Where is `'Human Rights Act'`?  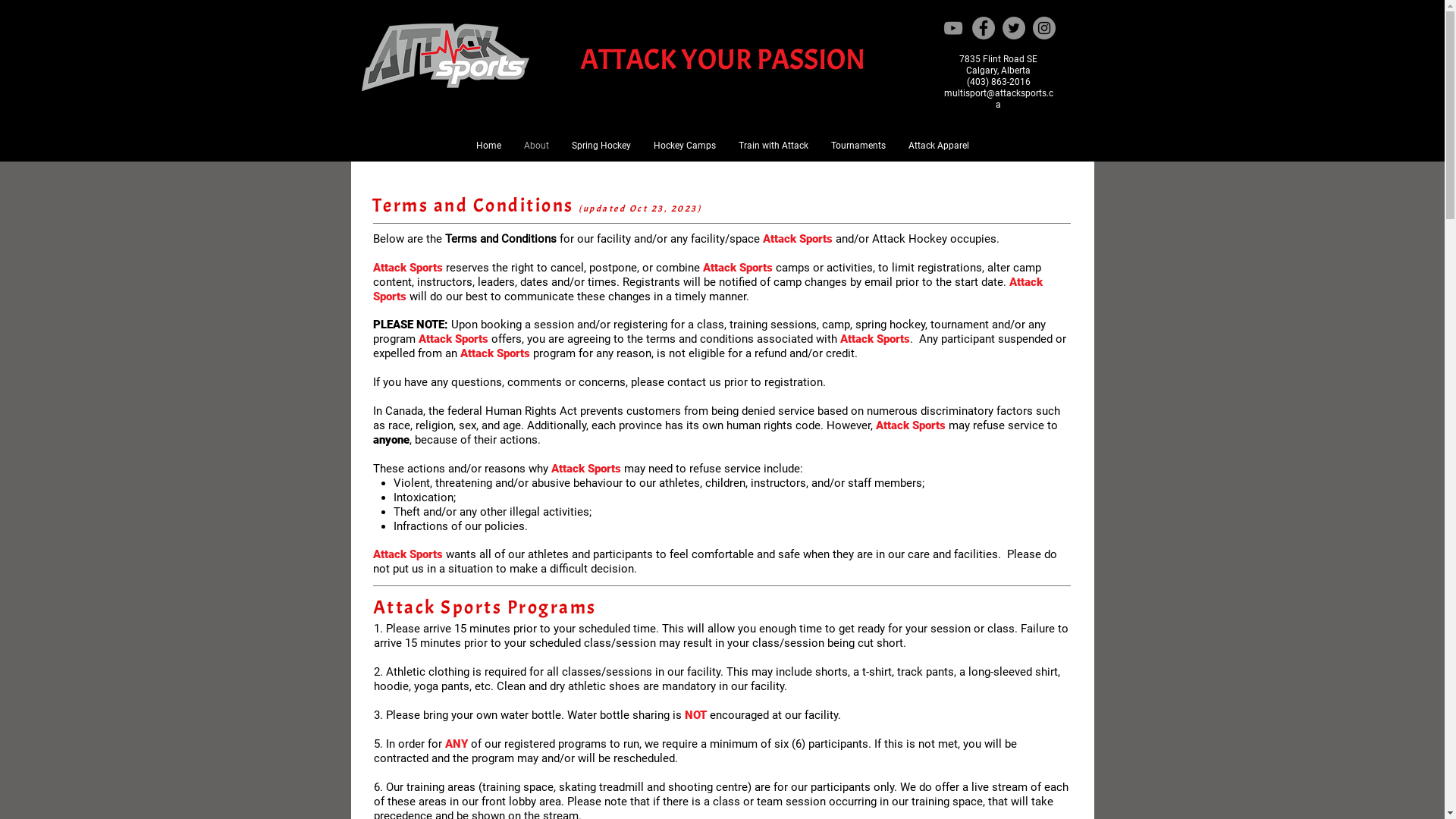 'Human Rights Act' is located at coordinates (531, 411).